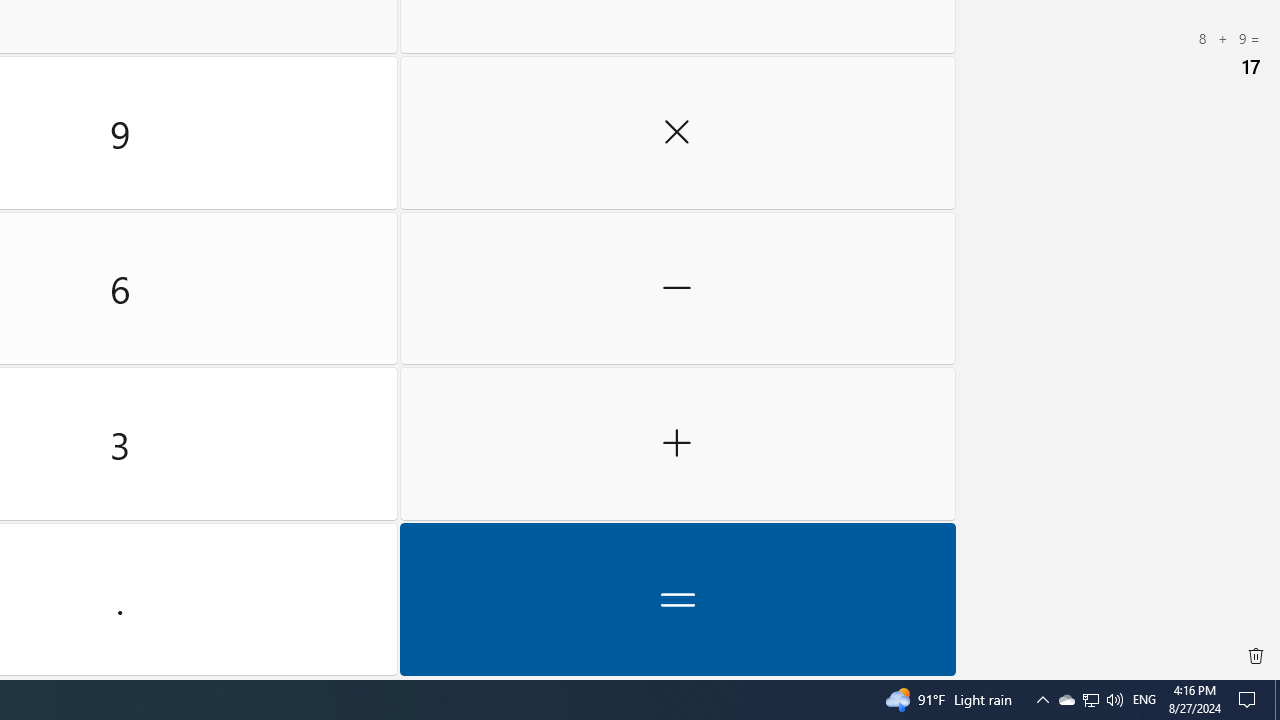 This screenshot has height=720, width=1280. What do you see at coordinates (677, 133) in the screenshot?
I see `'Multiply by'` at bounding box center [677, 133].